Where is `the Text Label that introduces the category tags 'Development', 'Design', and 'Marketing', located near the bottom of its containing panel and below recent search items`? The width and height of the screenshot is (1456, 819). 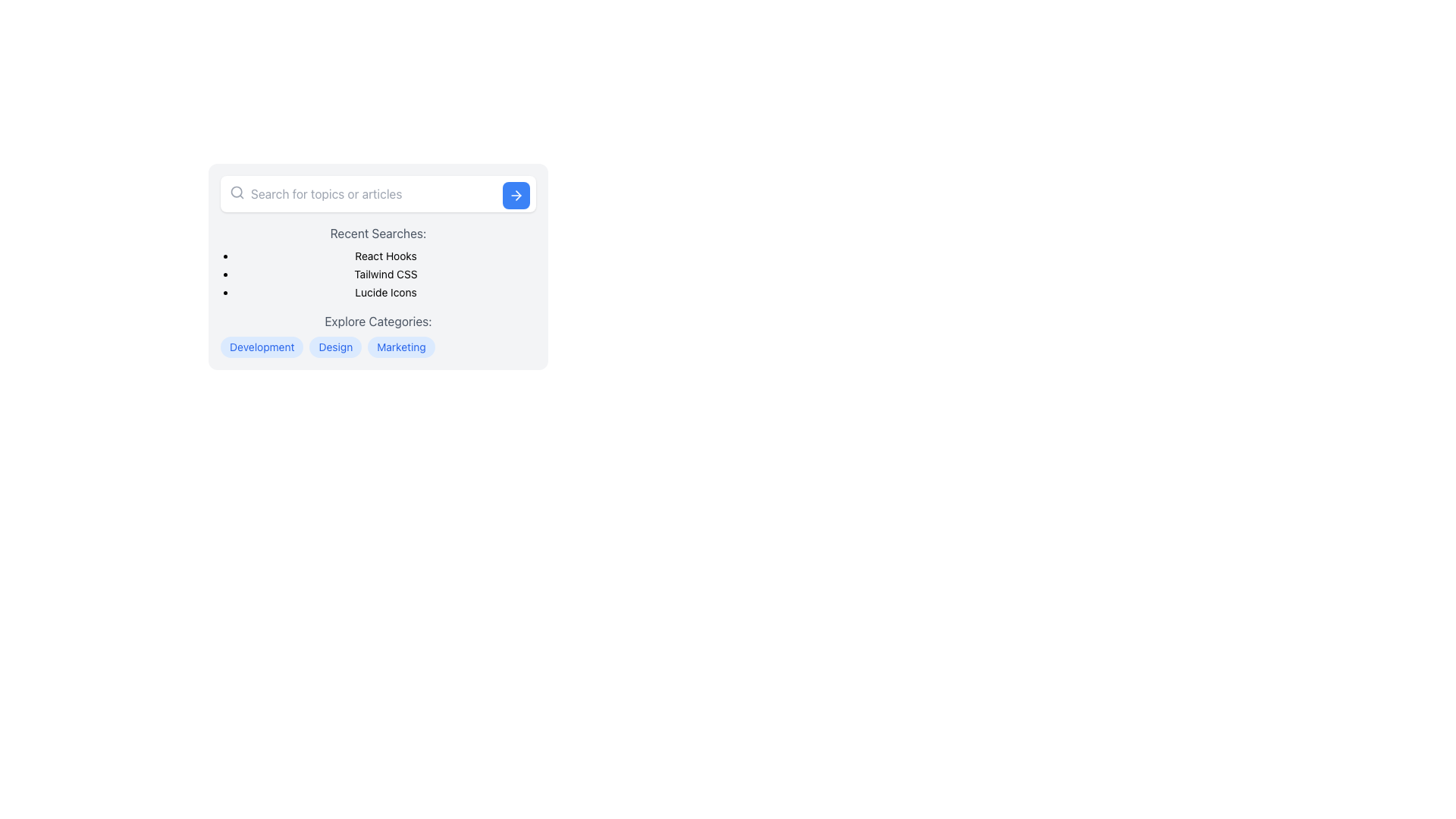 the Text Label that introduces the category tags 'Development', 'Design', and 'Marketing', located near the bottom of its containing panel and below recent search items is located at coordinates (378, 321).